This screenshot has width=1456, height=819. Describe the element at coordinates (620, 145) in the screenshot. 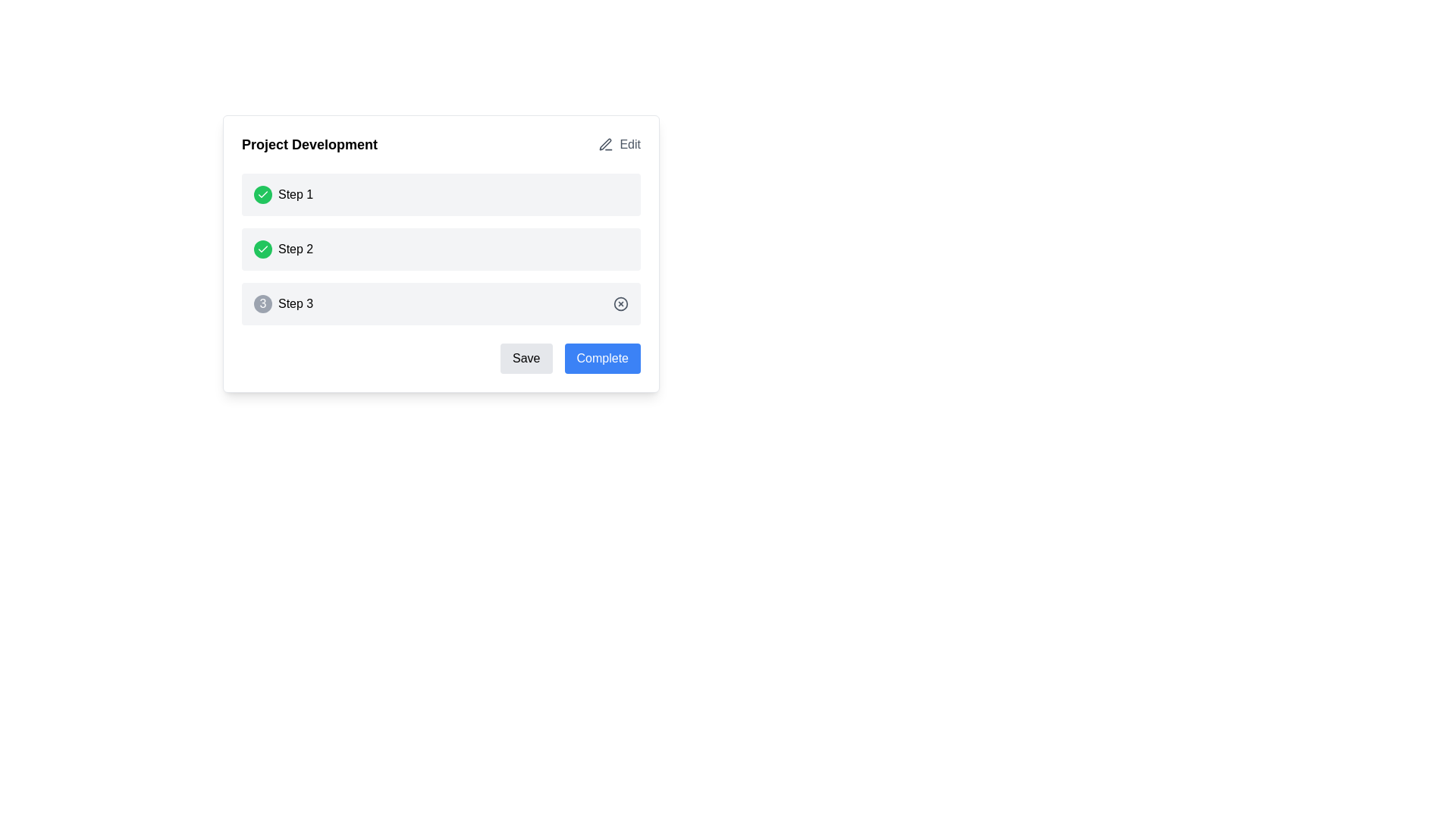

I see `the 'Edit' button, which features a pen icon on the left and the text 'Edit' in gray font, located in the top-right corner of the 'Project Development' section` at that location.